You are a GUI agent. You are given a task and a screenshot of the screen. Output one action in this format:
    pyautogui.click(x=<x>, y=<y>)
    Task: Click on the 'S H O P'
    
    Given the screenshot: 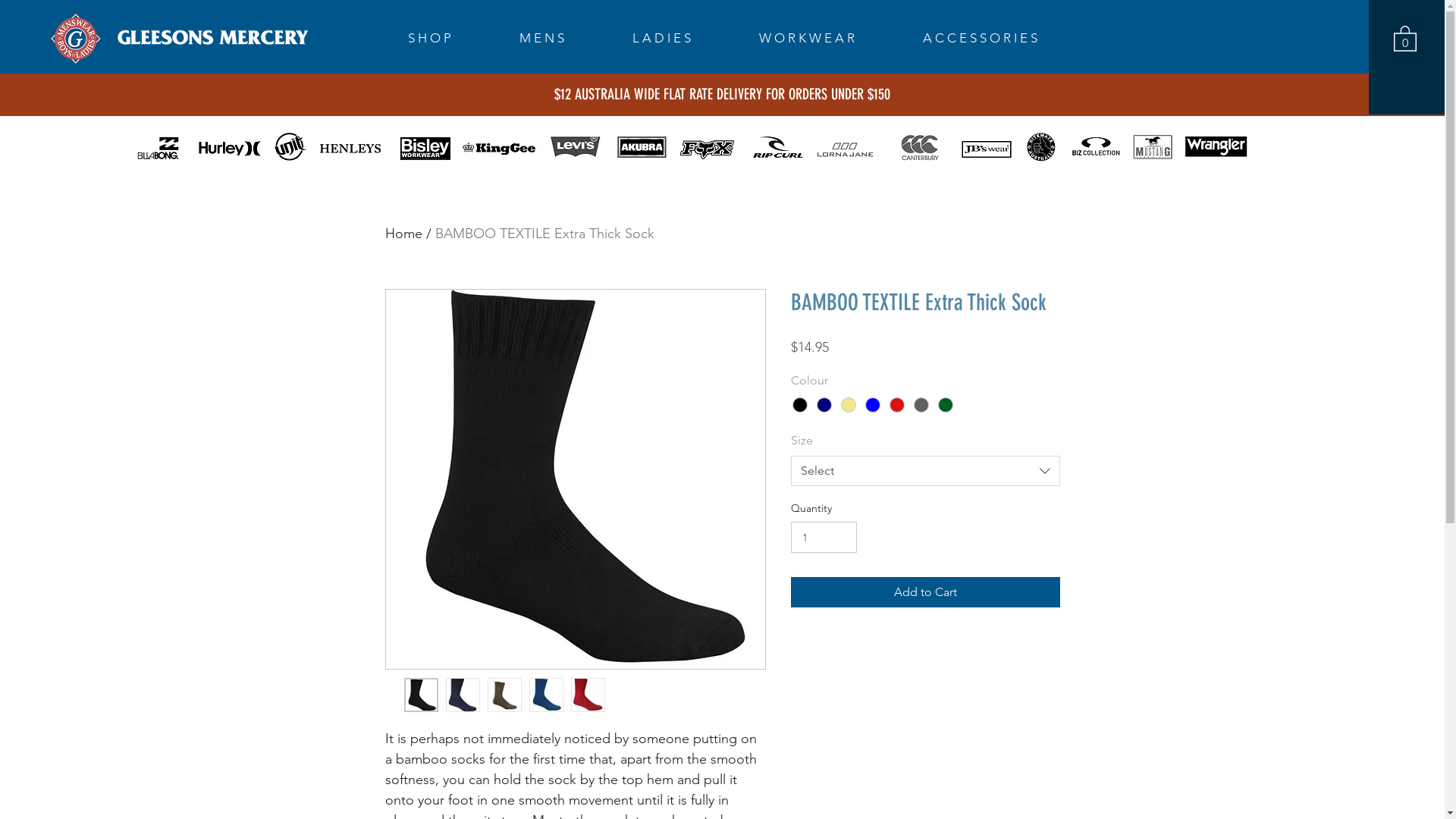 What is the action you would take?
    pyautogui.click(x=396, y=37)
    